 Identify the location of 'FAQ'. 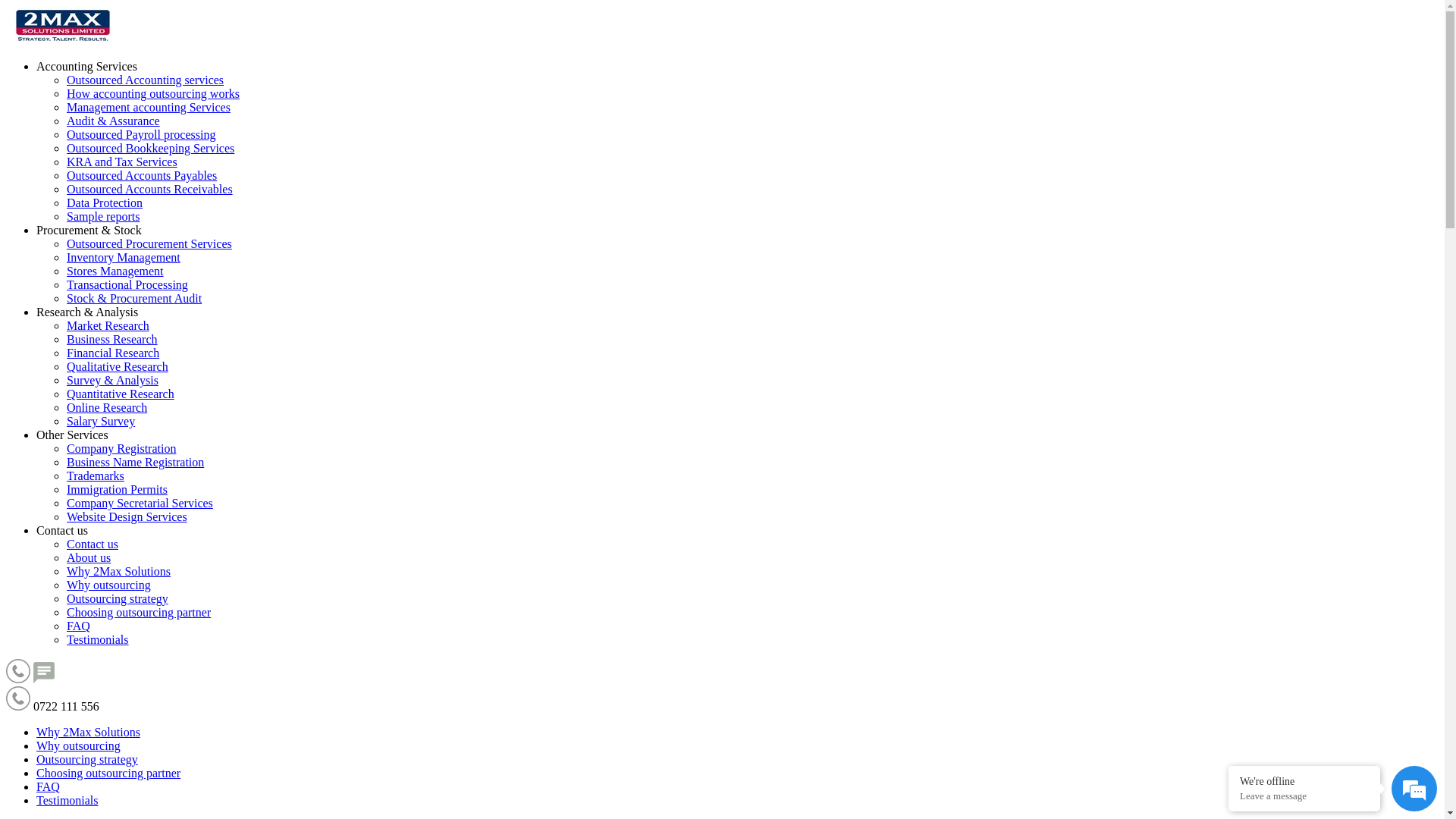
(36, 786).